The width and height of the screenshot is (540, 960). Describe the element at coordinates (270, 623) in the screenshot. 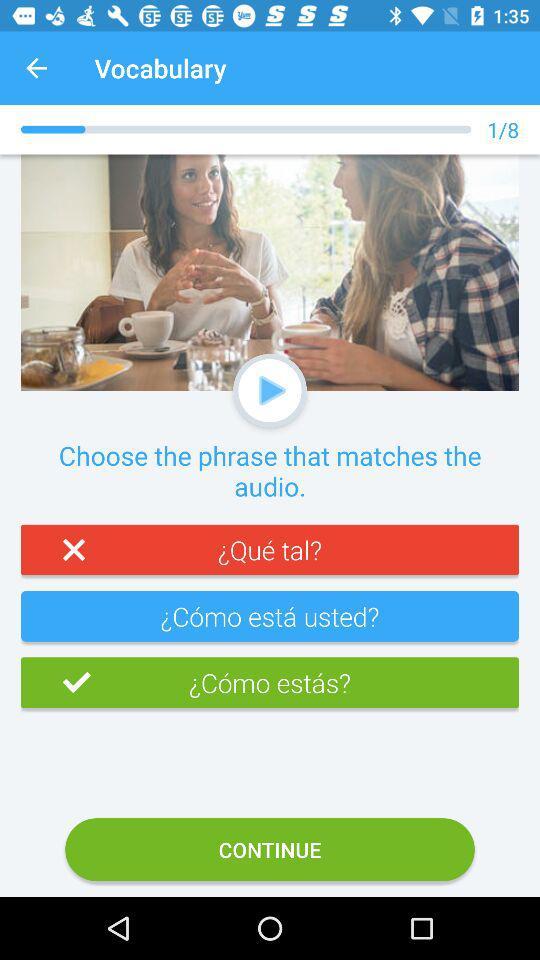

I see `the 2nd button above the continue button on the web page` at that location.